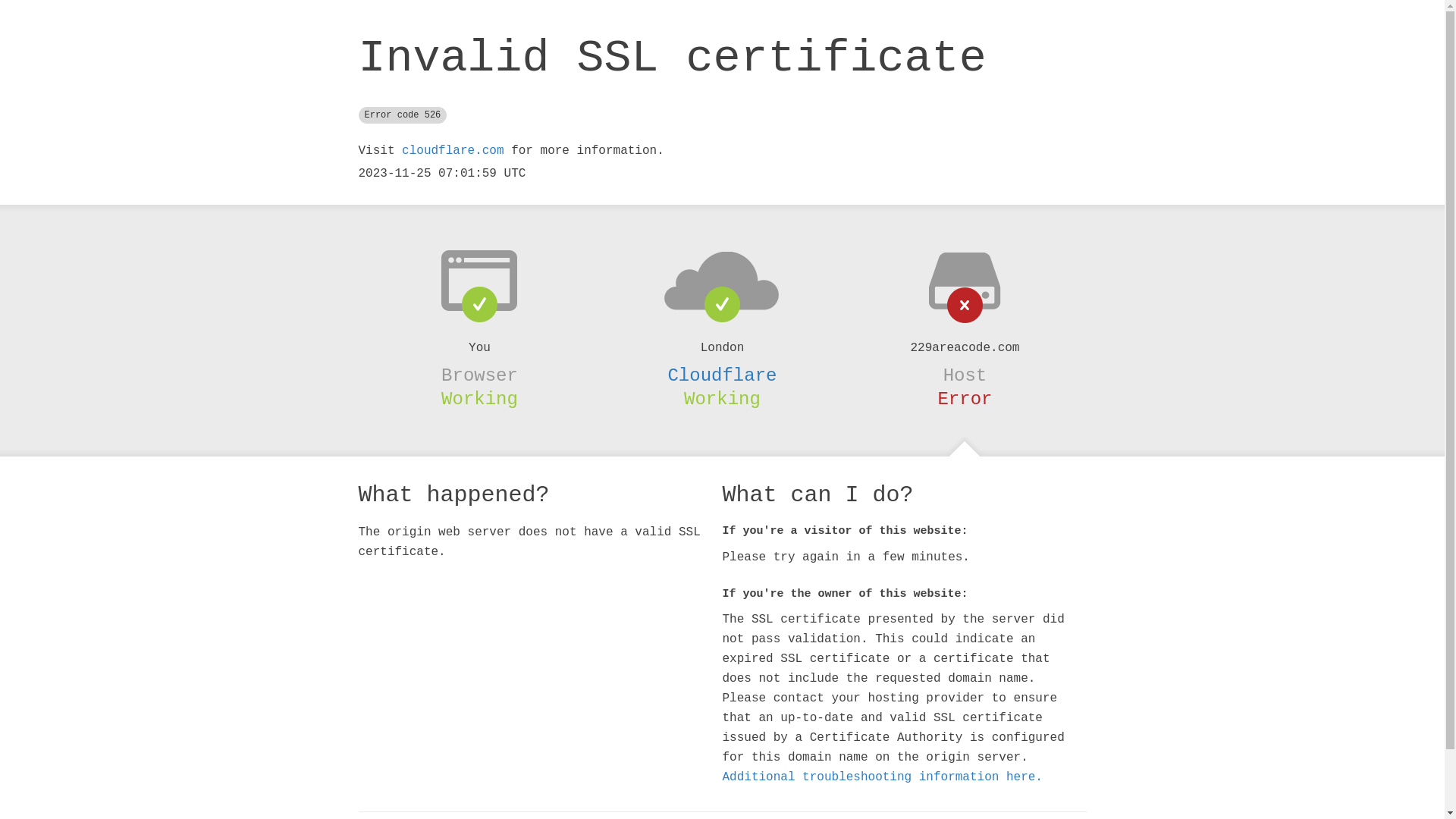 The height and width of the screenshot is (819, 1456). Describe the element at coordinates (667, 375) in the screenshot. I see `'Cloudflare'` at that location.